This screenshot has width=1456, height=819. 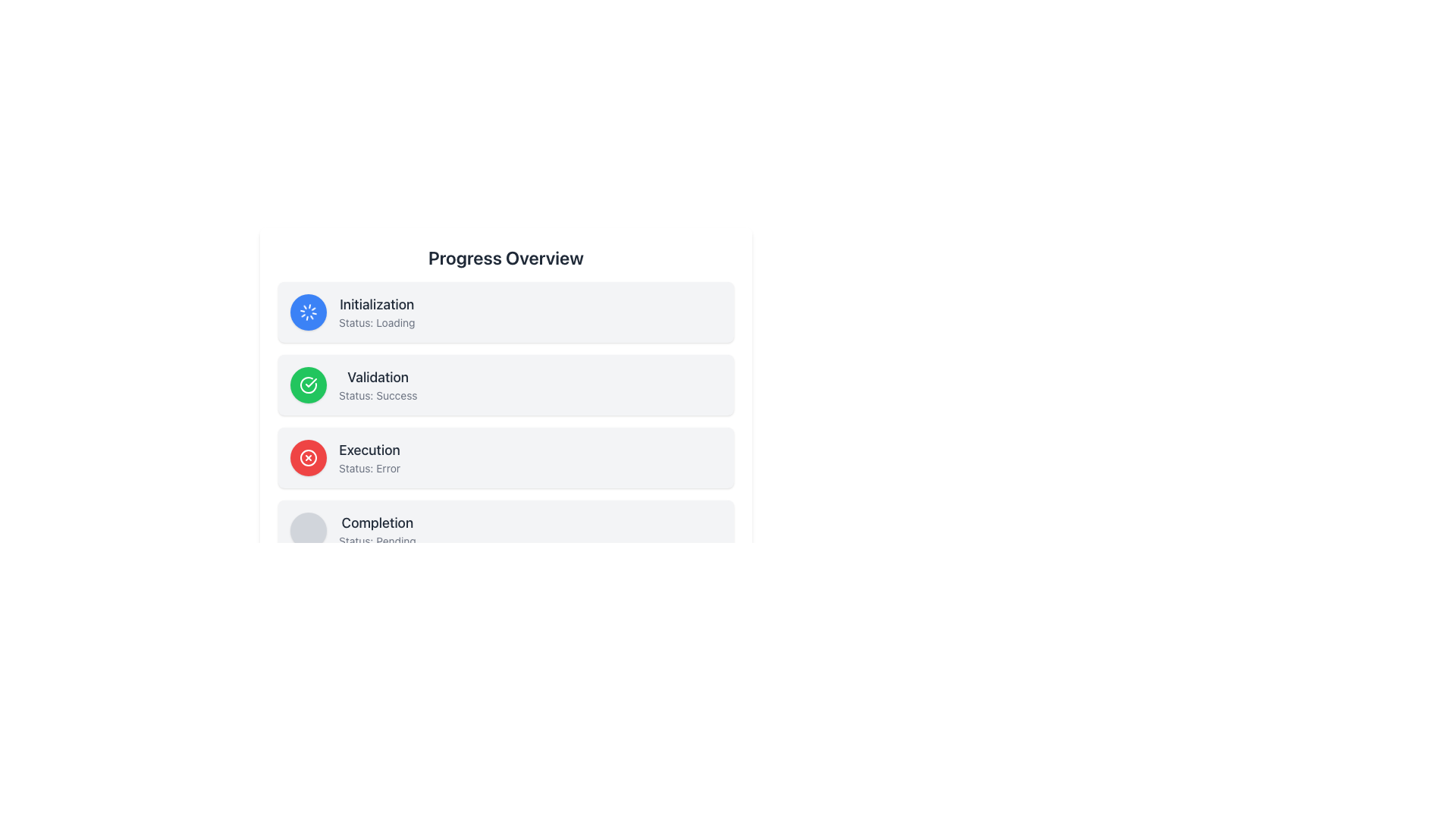 What do you see at coordinates (377, 522) in the screenshot?
I see `the text label that serves as a title or heading for the fourth item in the vertical progress overview list, positioned above the smaller text displaying 'Status: pending'` at bounding box center [377, 522].